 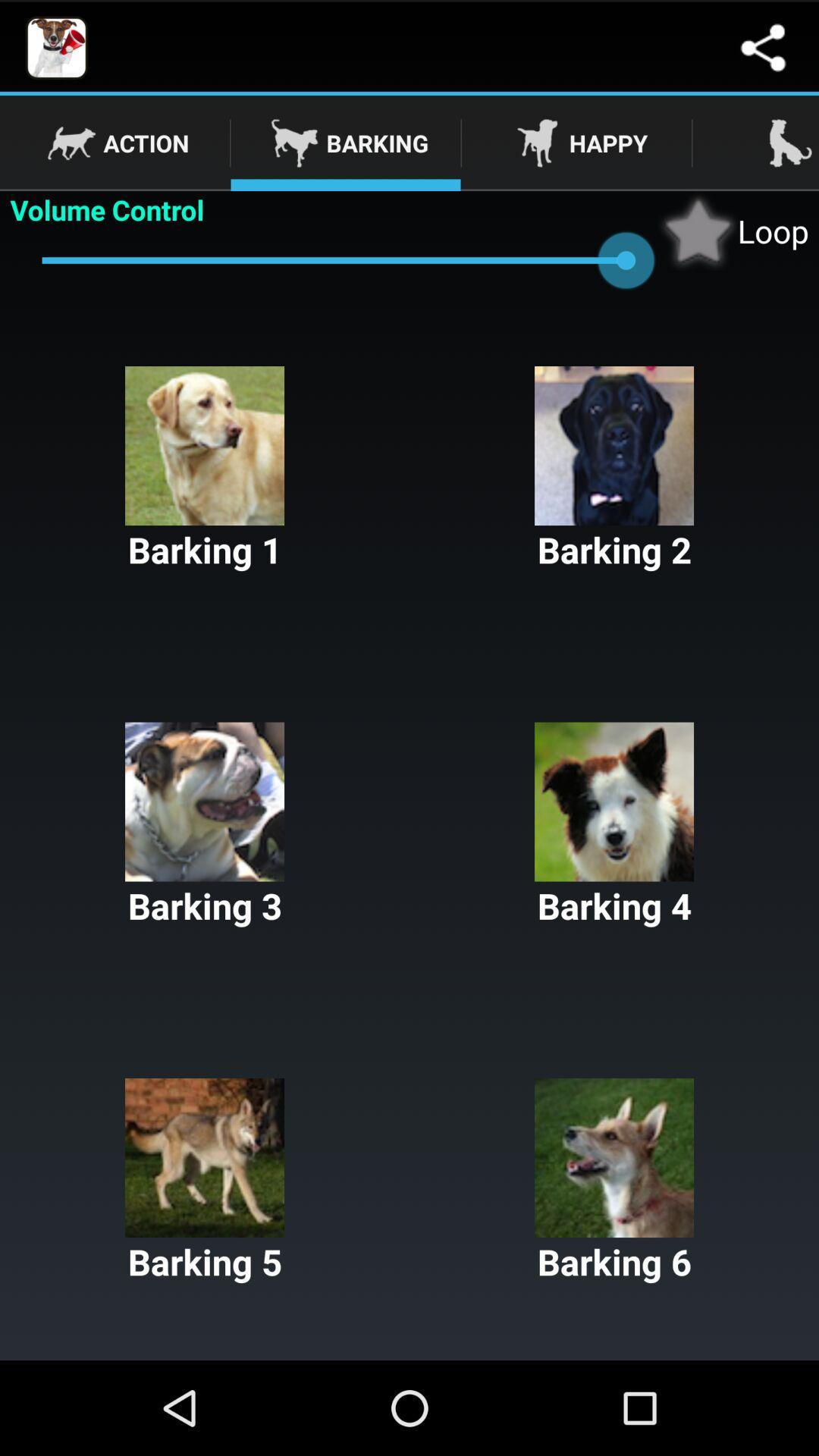 What do you see at coordinates (205, 469) in the screenshot?
I see `the barking 1` at bounding box center [205, 469].